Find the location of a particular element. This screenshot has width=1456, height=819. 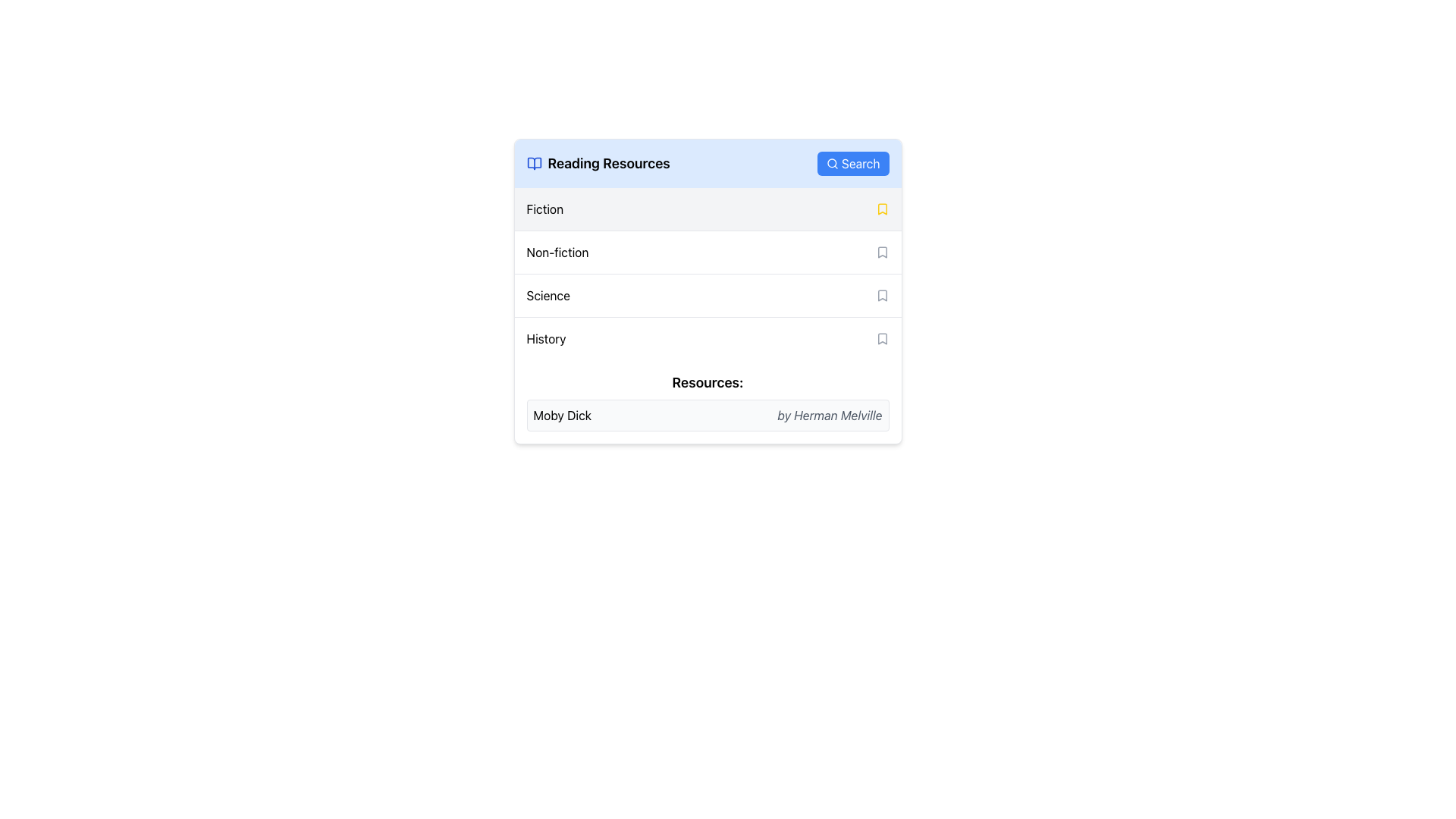

the non-interactive gray bookmark icon located on the far right side of the 'Science' row within a list of categorized topics is located at coordinates (882, 295).